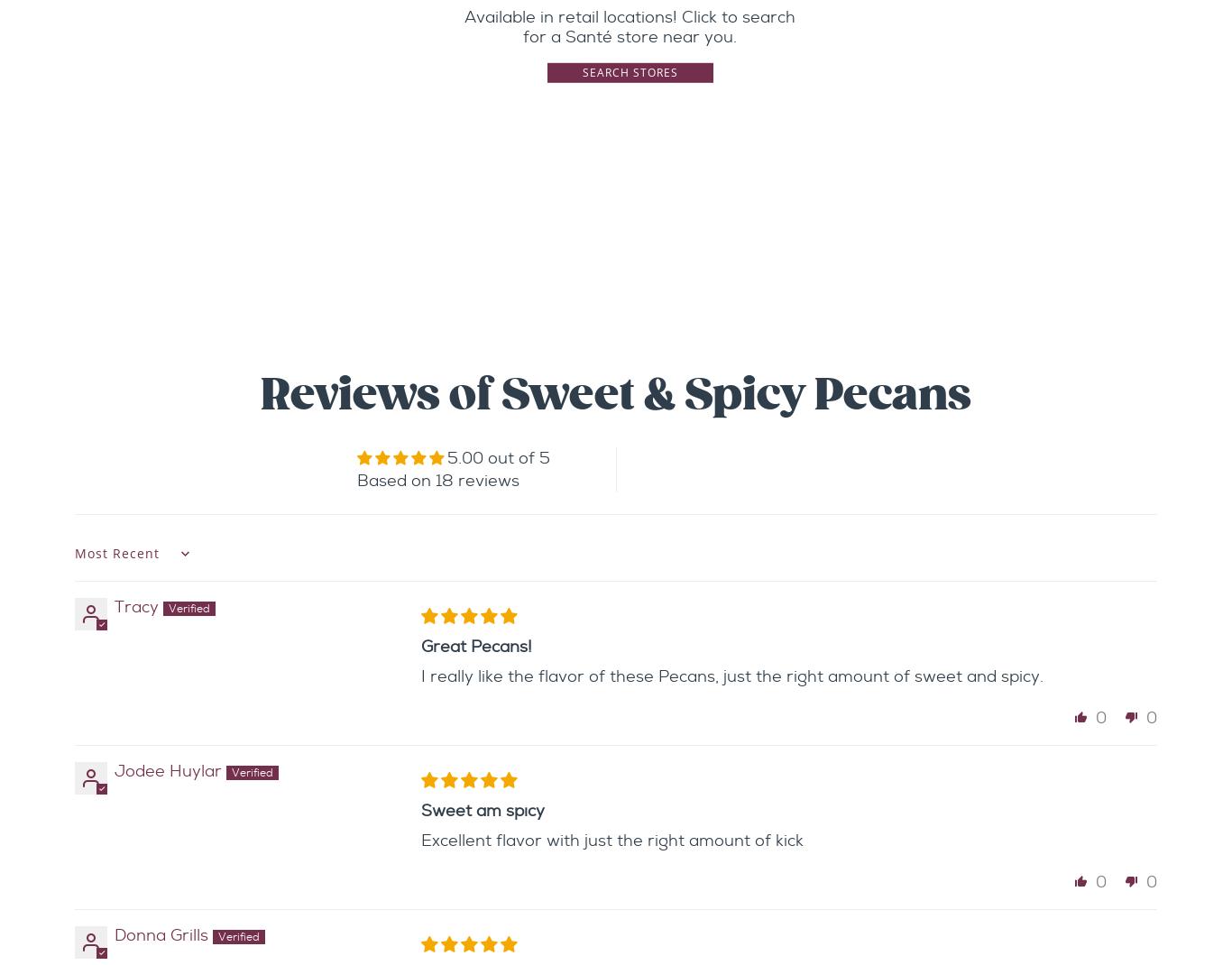 The width and height of the screenshot is (1232, 965). I want to click on 'Search Stores', so click(630, 70).